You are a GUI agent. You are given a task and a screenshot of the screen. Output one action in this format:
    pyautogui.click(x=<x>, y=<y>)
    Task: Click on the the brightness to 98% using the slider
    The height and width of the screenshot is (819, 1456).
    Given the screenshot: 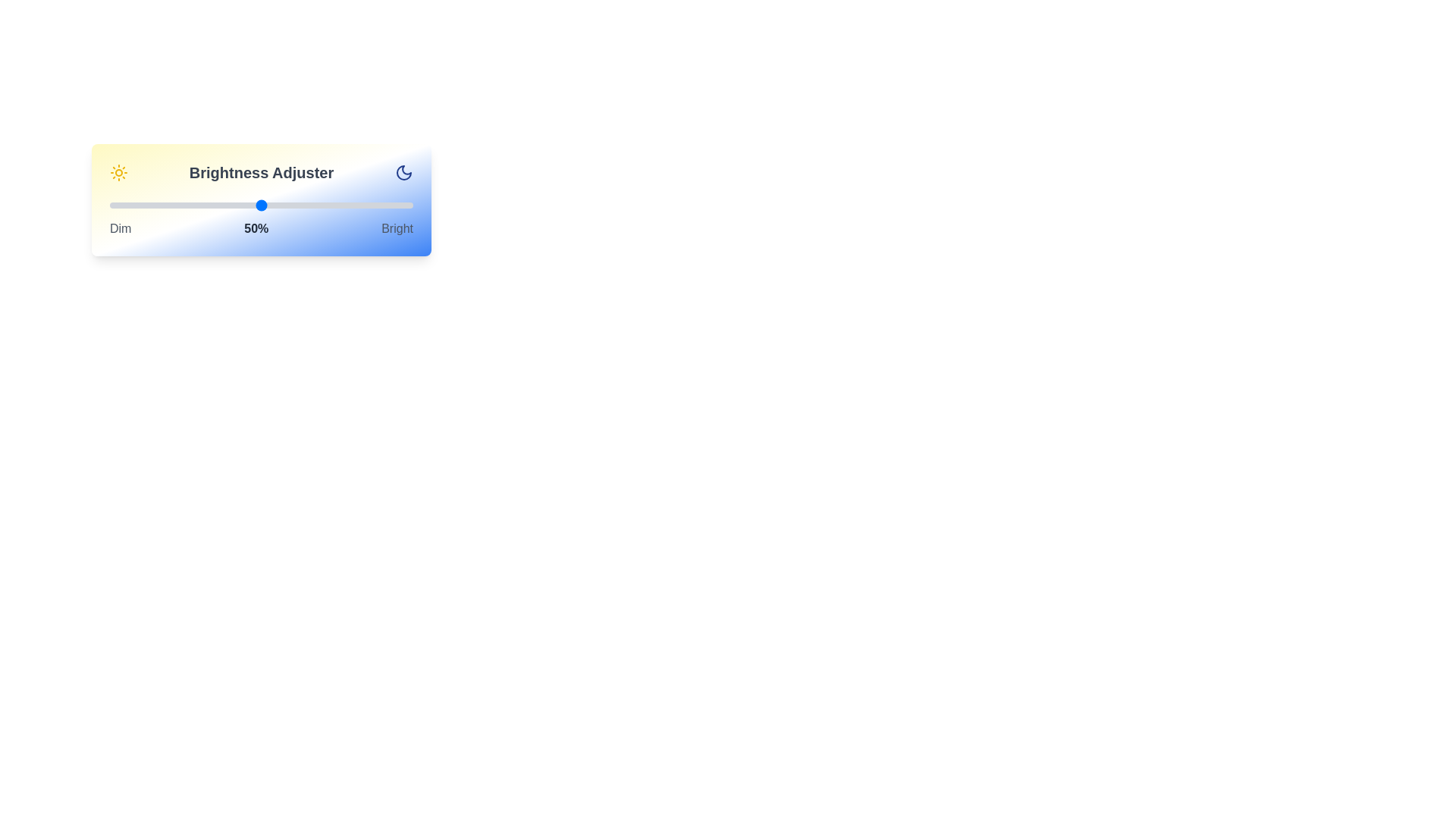 What is the action you would take?
    pyautogui.click(x=407, y=205)
    